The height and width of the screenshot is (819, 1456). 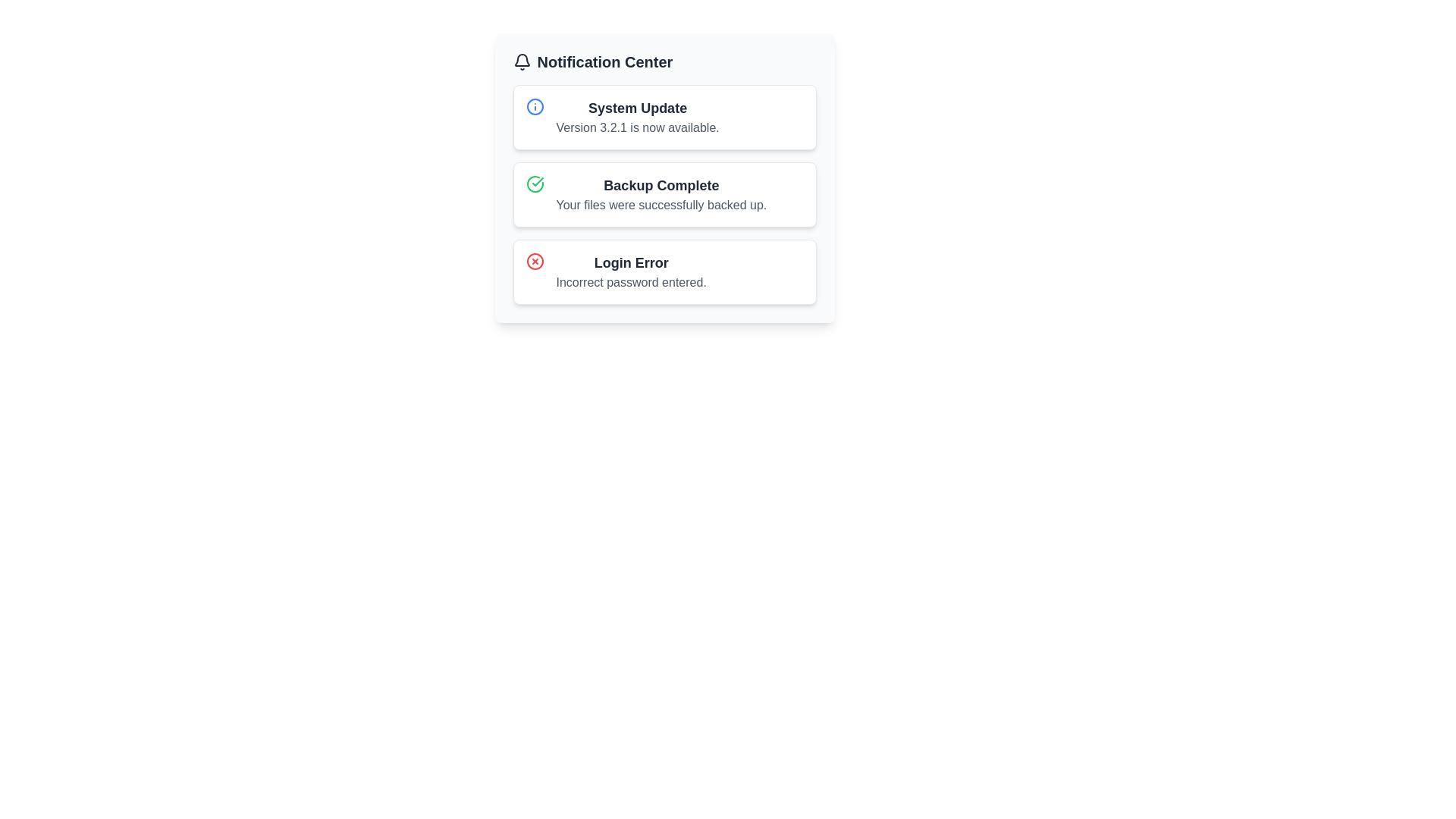 I want to click on the 'Backup Complete' status indicator icon located in the middle-right area of the third notification card, so click(x=538, y=180).